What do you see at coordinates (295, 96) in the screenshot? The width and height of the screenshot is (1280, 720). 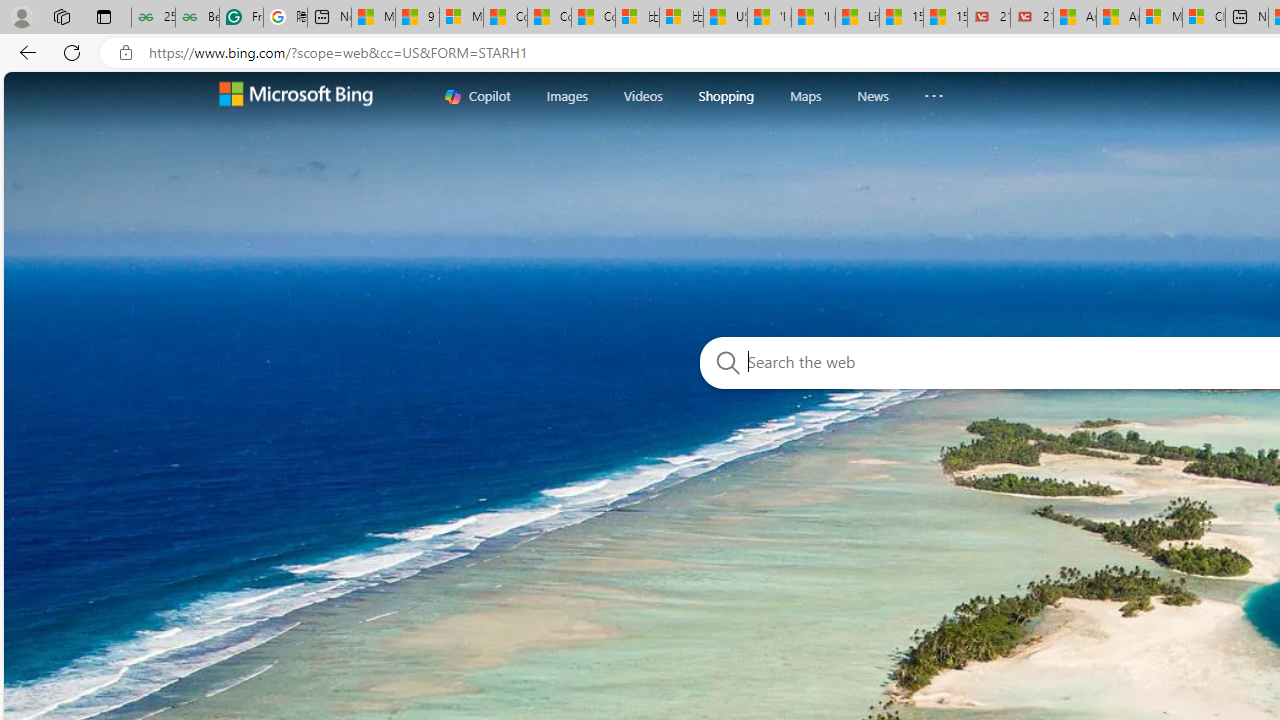 I see `'Welcome to Bing Search'` at bounding box center [295, 96].